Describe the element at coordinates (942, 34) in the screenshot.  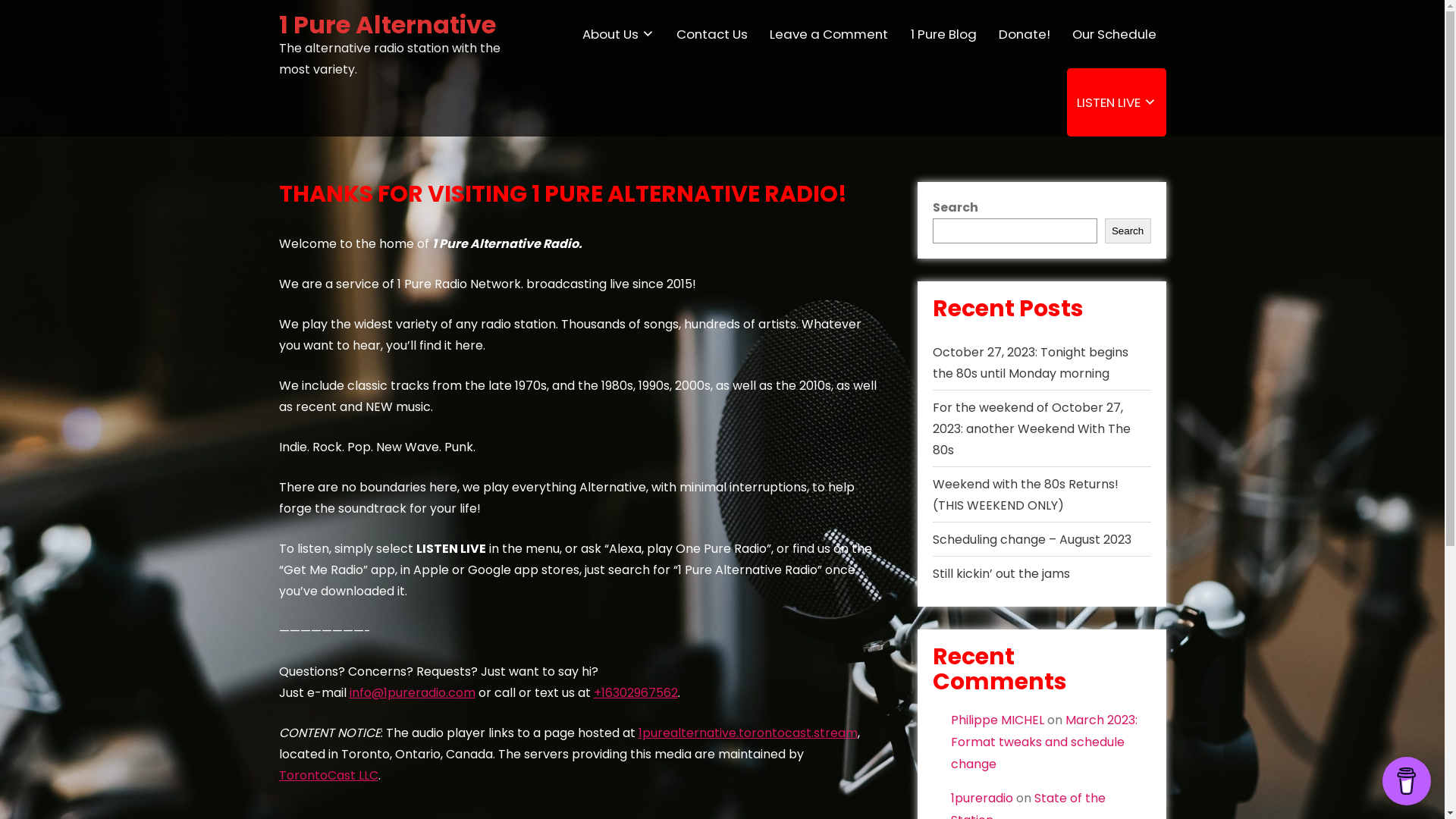
I see `'1 Pure Blog'` at that location.